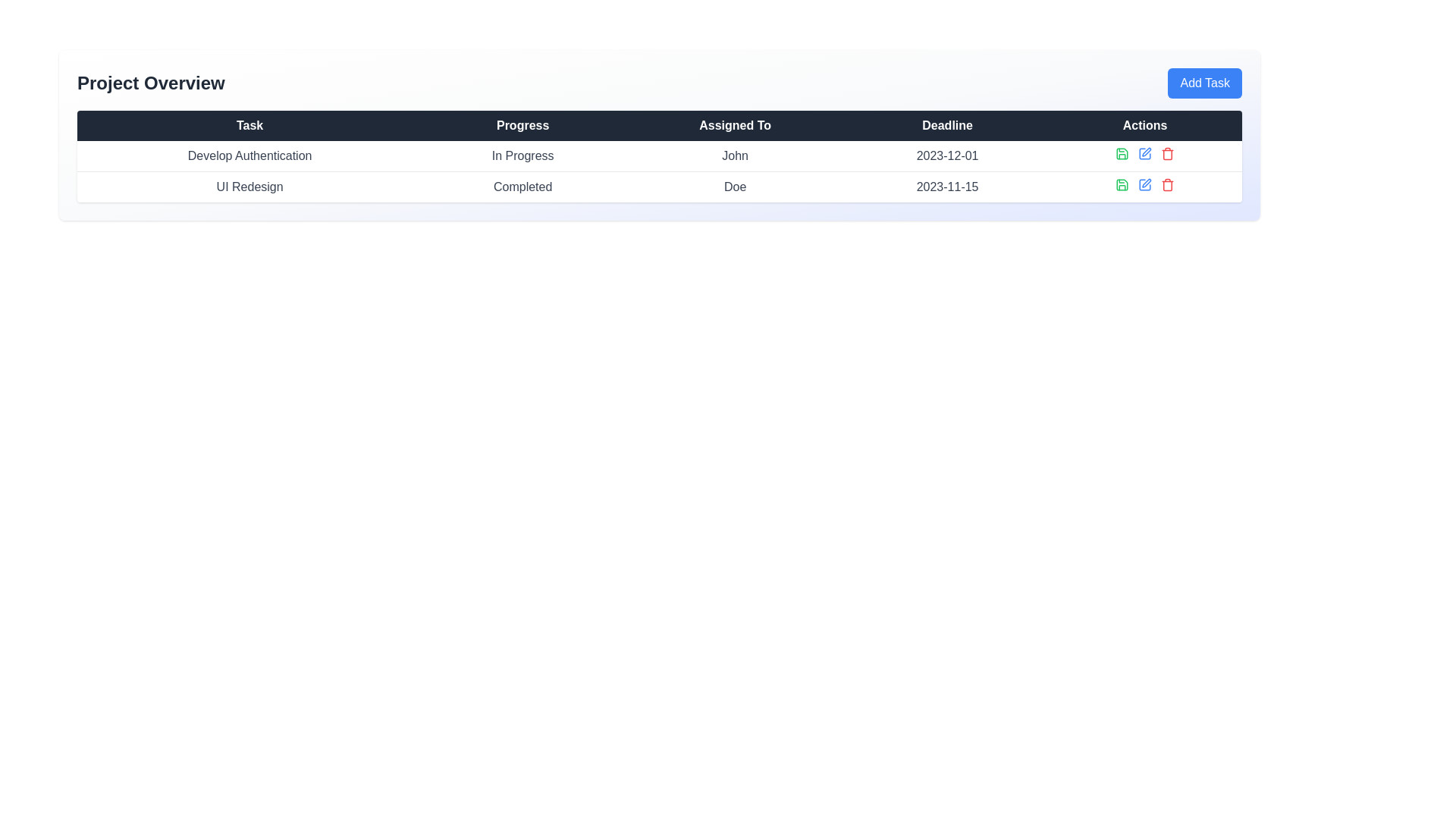  I want to click on the Text Label (Table Header) that indicates deadlines associated with tasks, located between the 'Assigned To' and 'Actions' column headers, so click(946, 124).